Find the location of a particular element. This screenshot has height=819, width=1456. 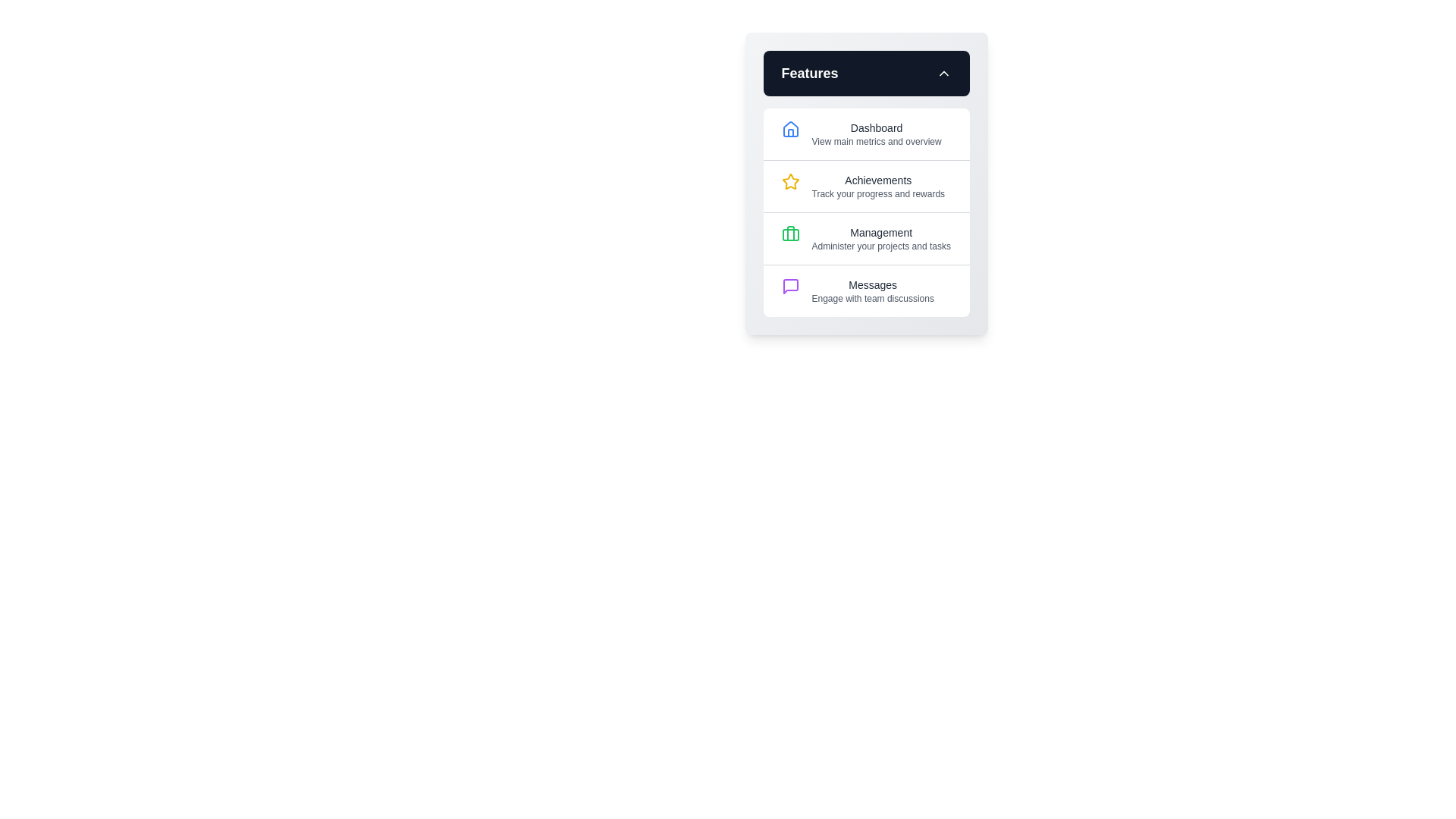

the green briefcase icon of the 'Management' clickable list item is located at coordinates (866, 238).